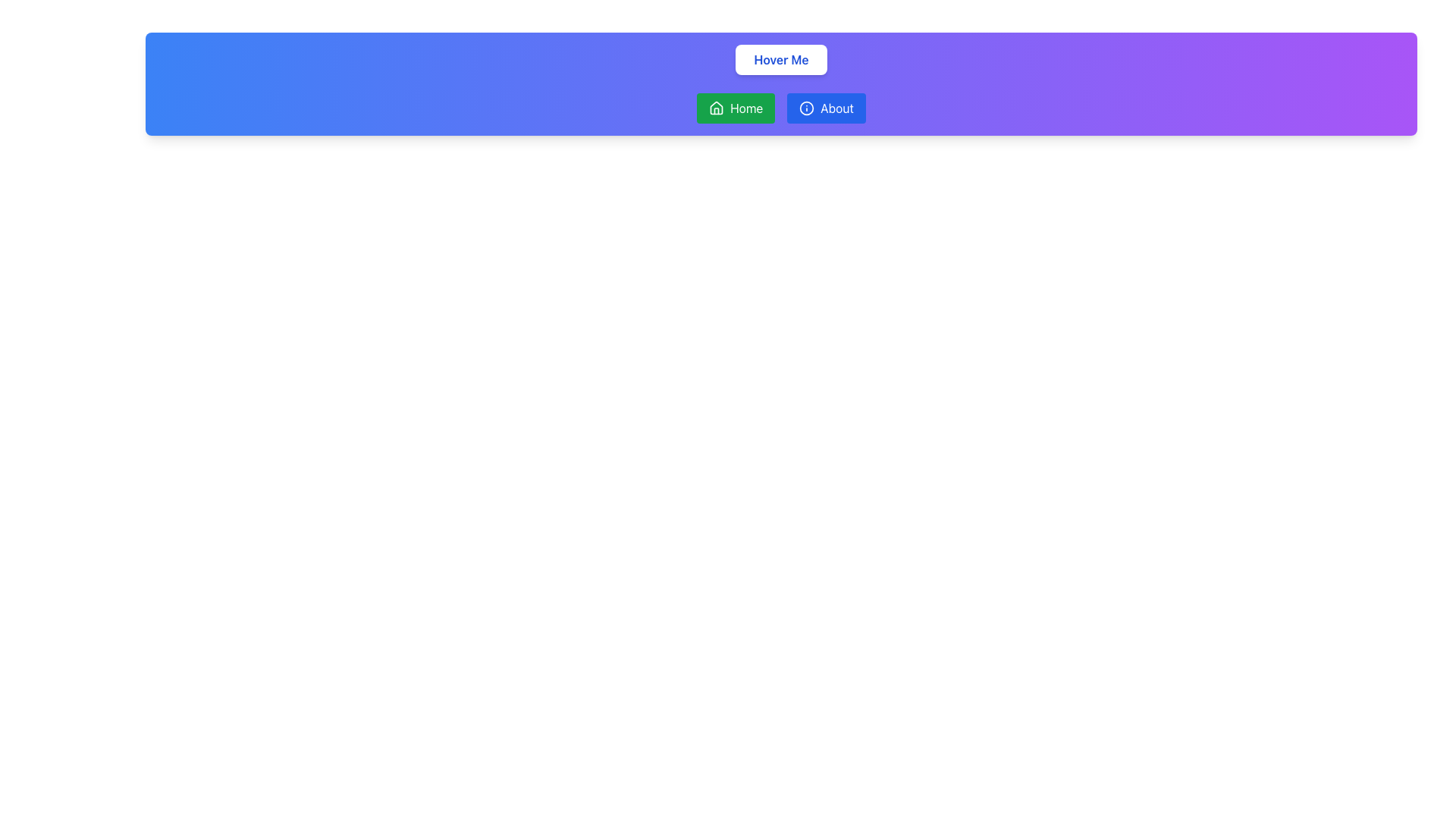  What do you see at coordinates (716, 107) in the screenshot?
I see `the 'Home' icon, which represents the homepage navigation functionality and is centrally located within the 'Home' button` at bounding box center [716, 107].